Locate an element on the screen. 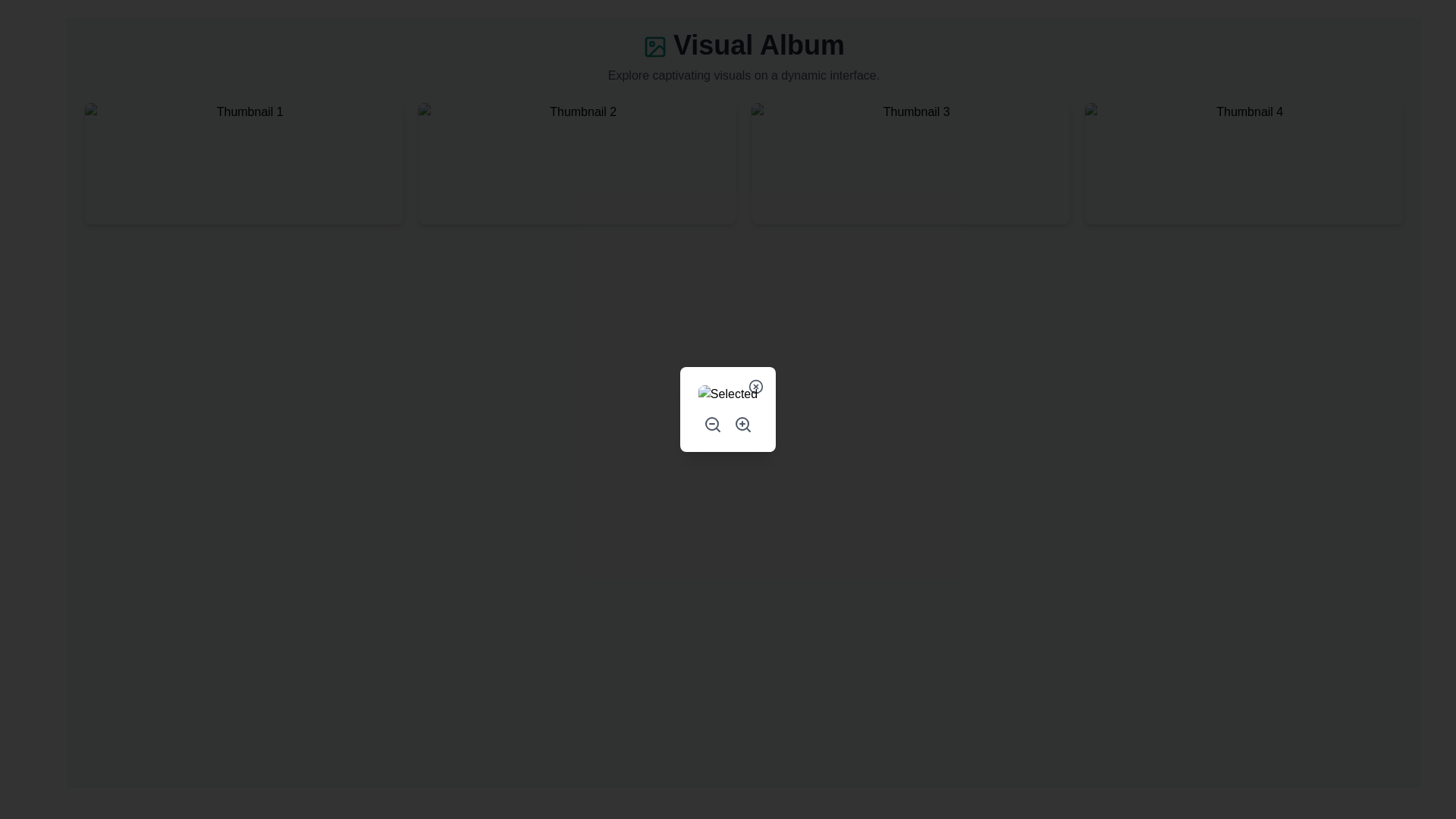 This screenshot has height=819, width=1456. the teal picture frame icon located to the left of the 'Visual Album' heading in the centralized header section is located at coordinates (655, 46).